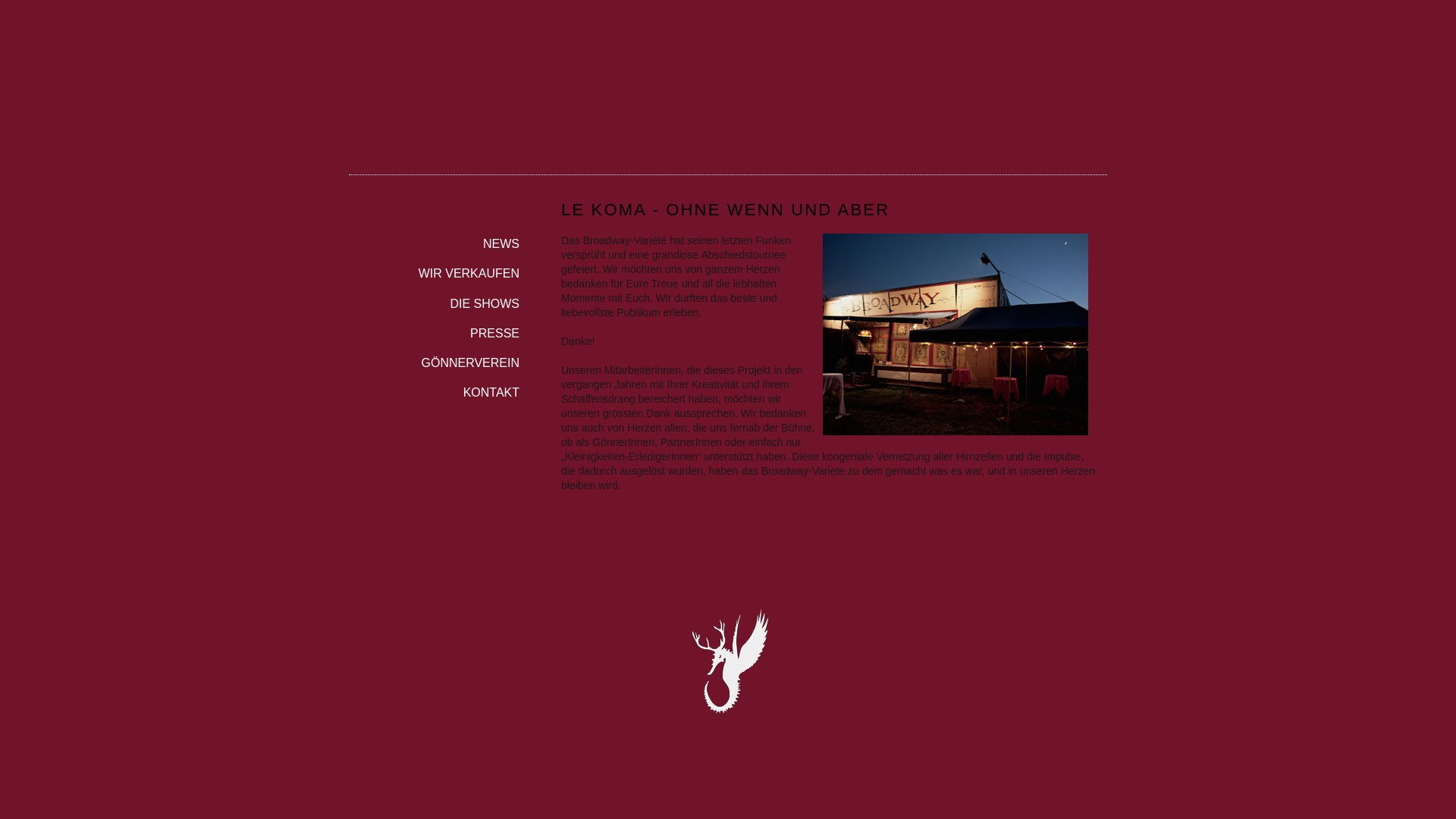 The height and width of the screenshot is (819, 1456). I want to click on 'DIE SHOWS', so click(433, 299).